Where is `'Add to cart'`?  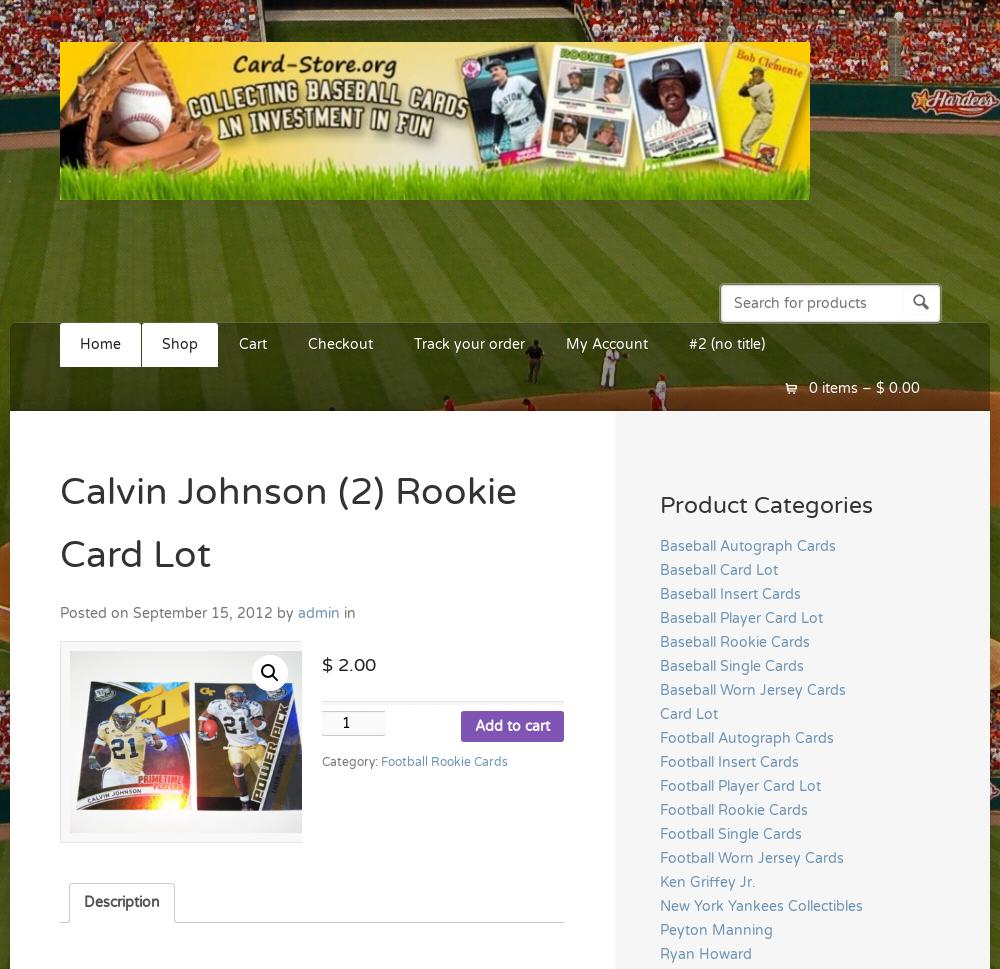
'Add to cart' is located at coordinates (474, 725).